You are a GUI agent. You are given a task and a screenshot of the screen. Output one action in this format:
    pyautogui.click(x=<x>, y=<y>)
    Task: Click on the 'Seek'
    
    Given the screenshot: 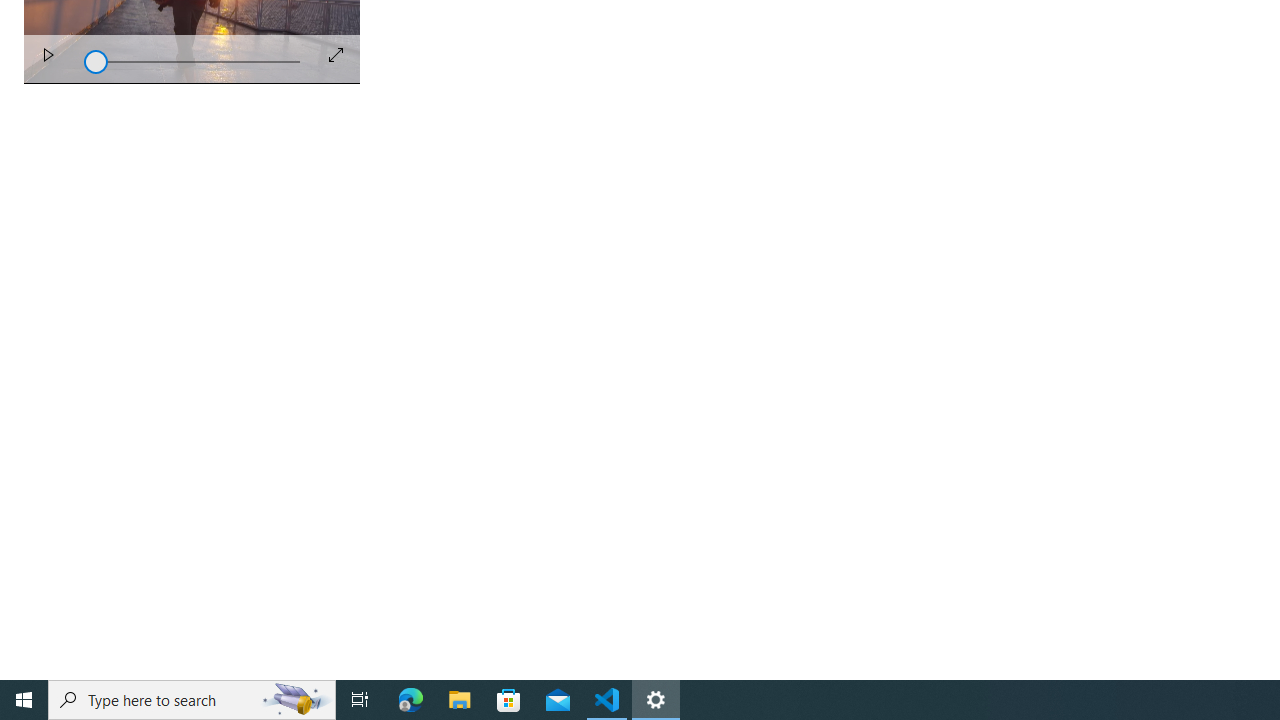 What is the action you would take?
    pyautogui.click(x=192, y=58)
    